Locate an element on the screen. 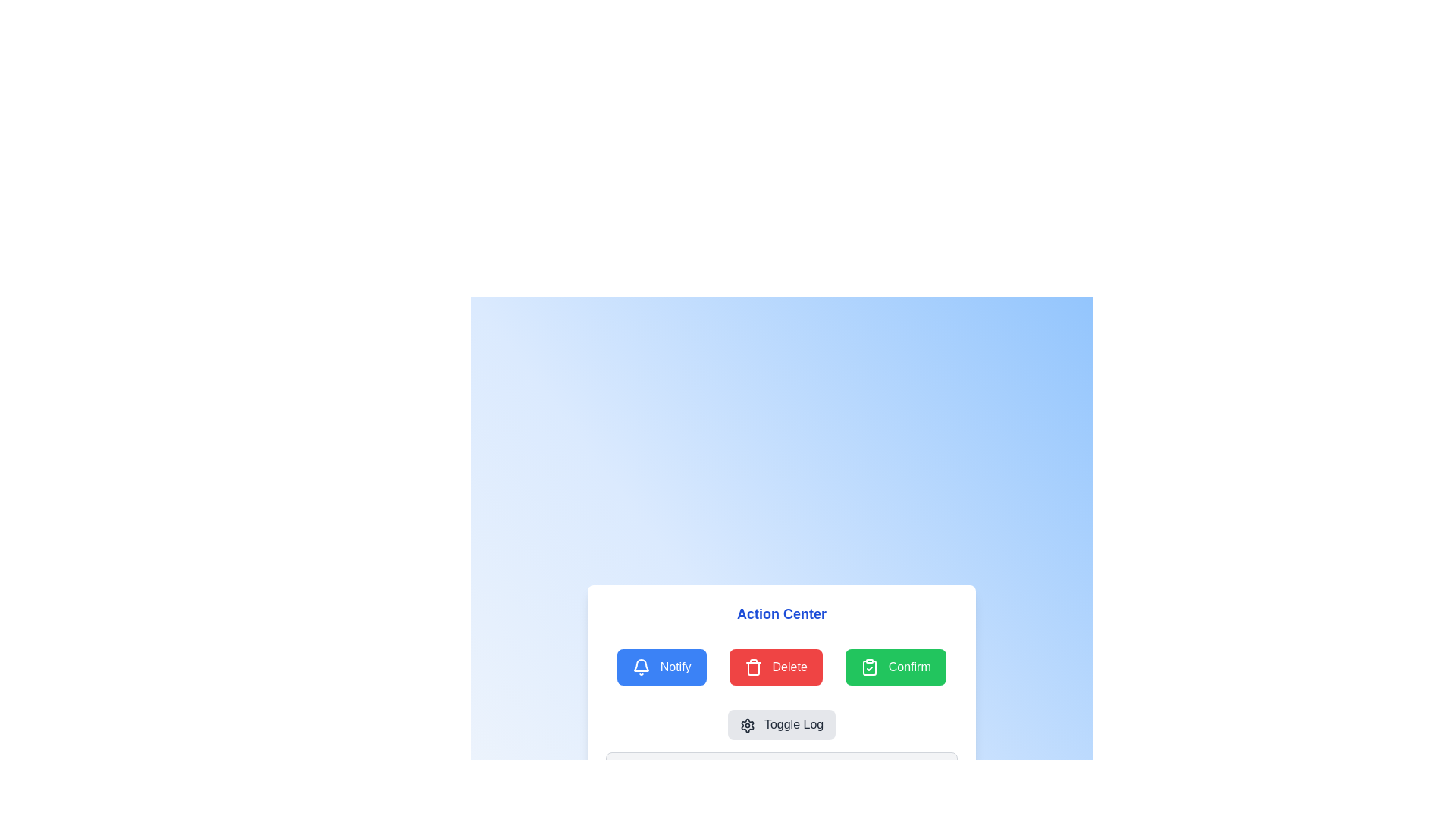 The image size is (1456, 819). the trash bin icon within the 'Delete' button is located at coordinates (753, 666).